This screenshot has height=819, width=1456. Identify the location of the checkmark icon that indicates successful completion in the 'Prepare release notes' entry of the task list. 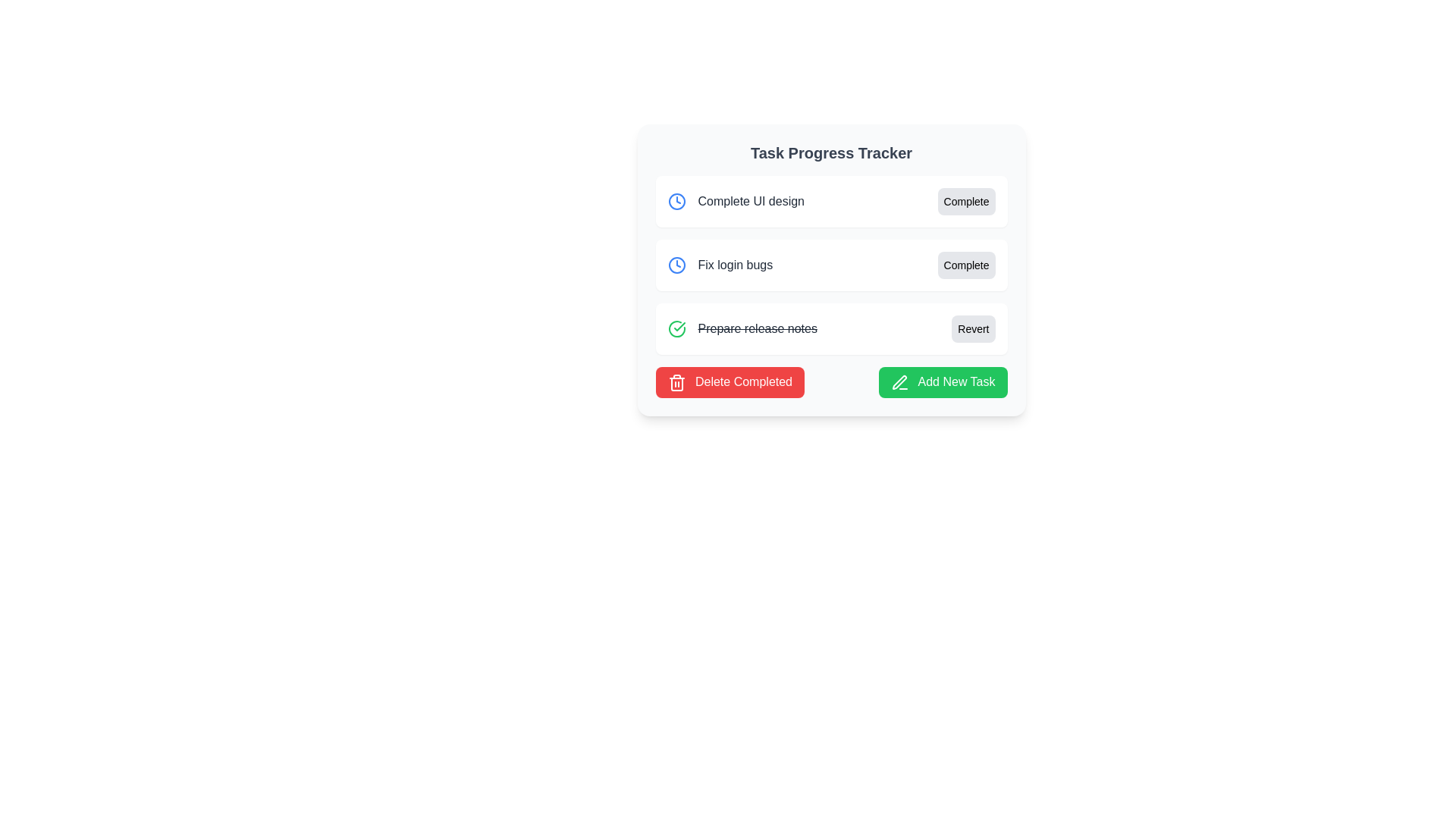
(679, 326).